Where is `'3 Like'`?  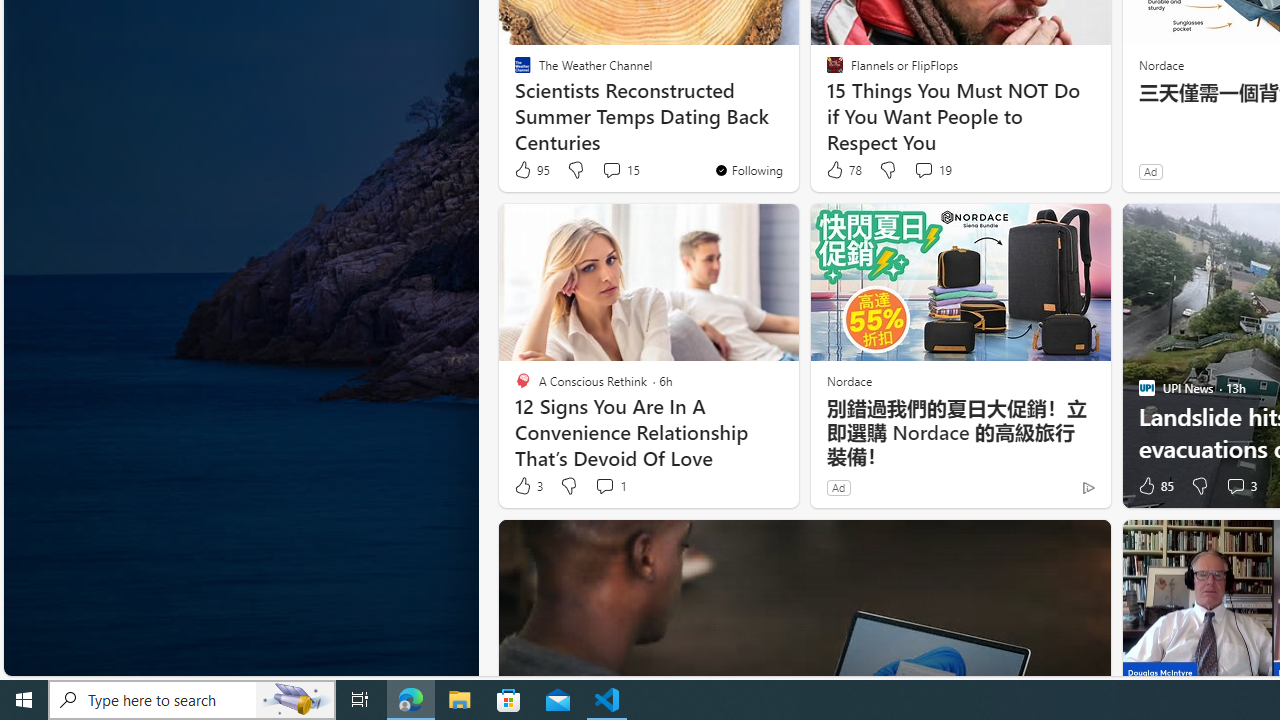
'3 Like' is located at coordinates (527, 486).